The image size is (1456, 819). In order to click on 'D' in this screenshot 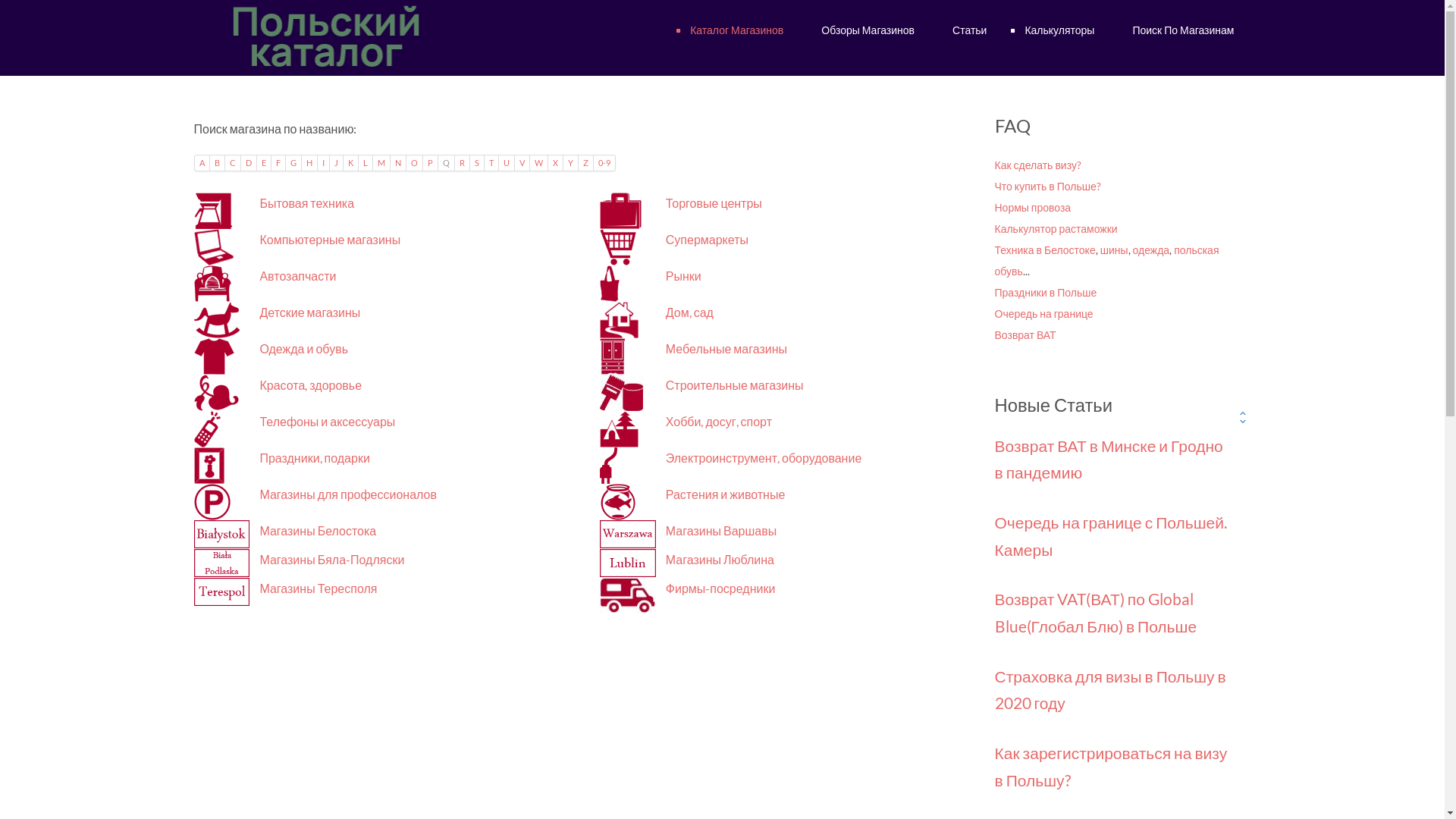, I will do `click(249, 163)`.